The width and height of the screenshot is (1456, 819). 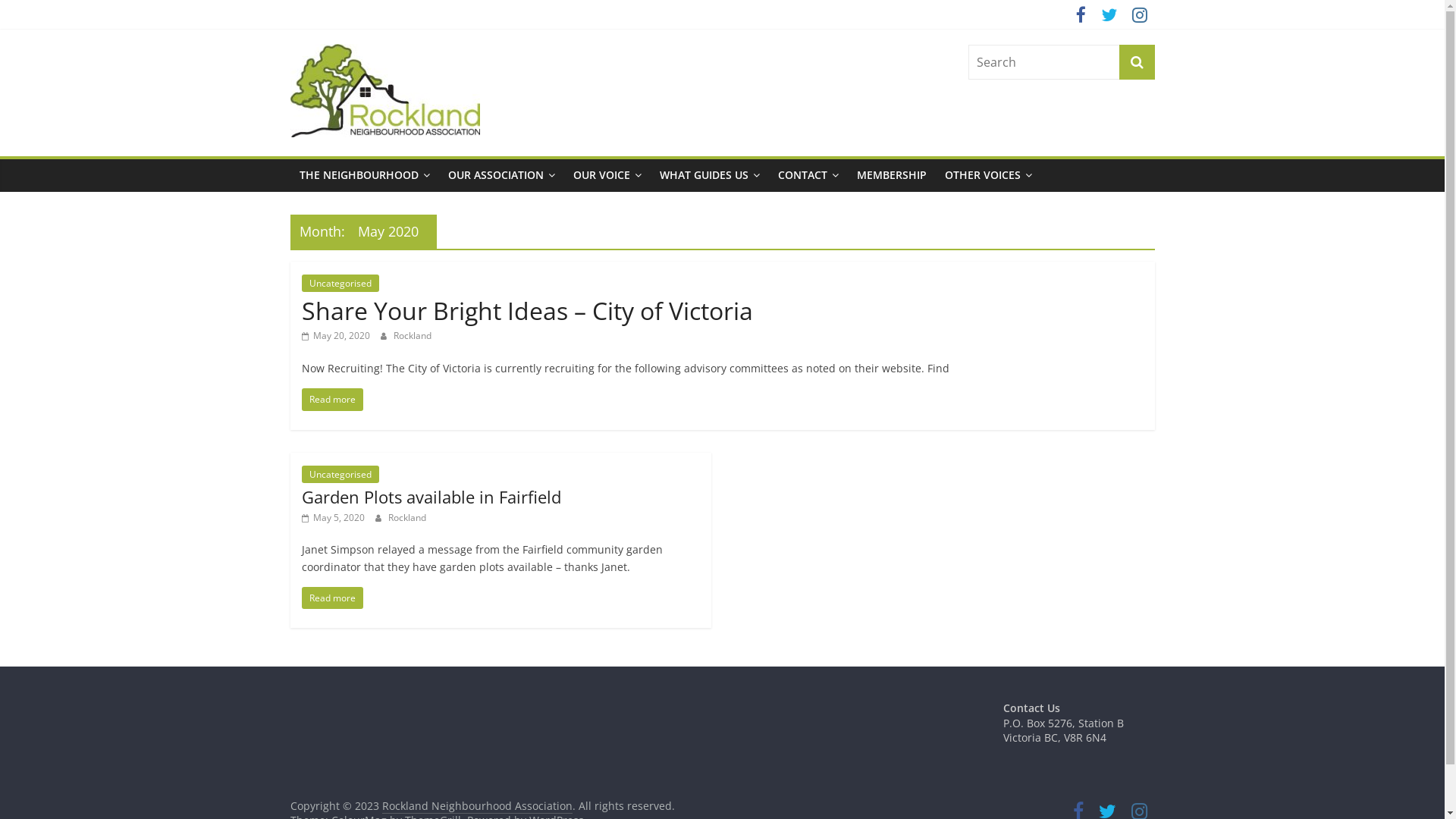 What do you see at coordinates (331, 398) in the screenshot?
I see `'Read more'` at bounding box center [331, 398].